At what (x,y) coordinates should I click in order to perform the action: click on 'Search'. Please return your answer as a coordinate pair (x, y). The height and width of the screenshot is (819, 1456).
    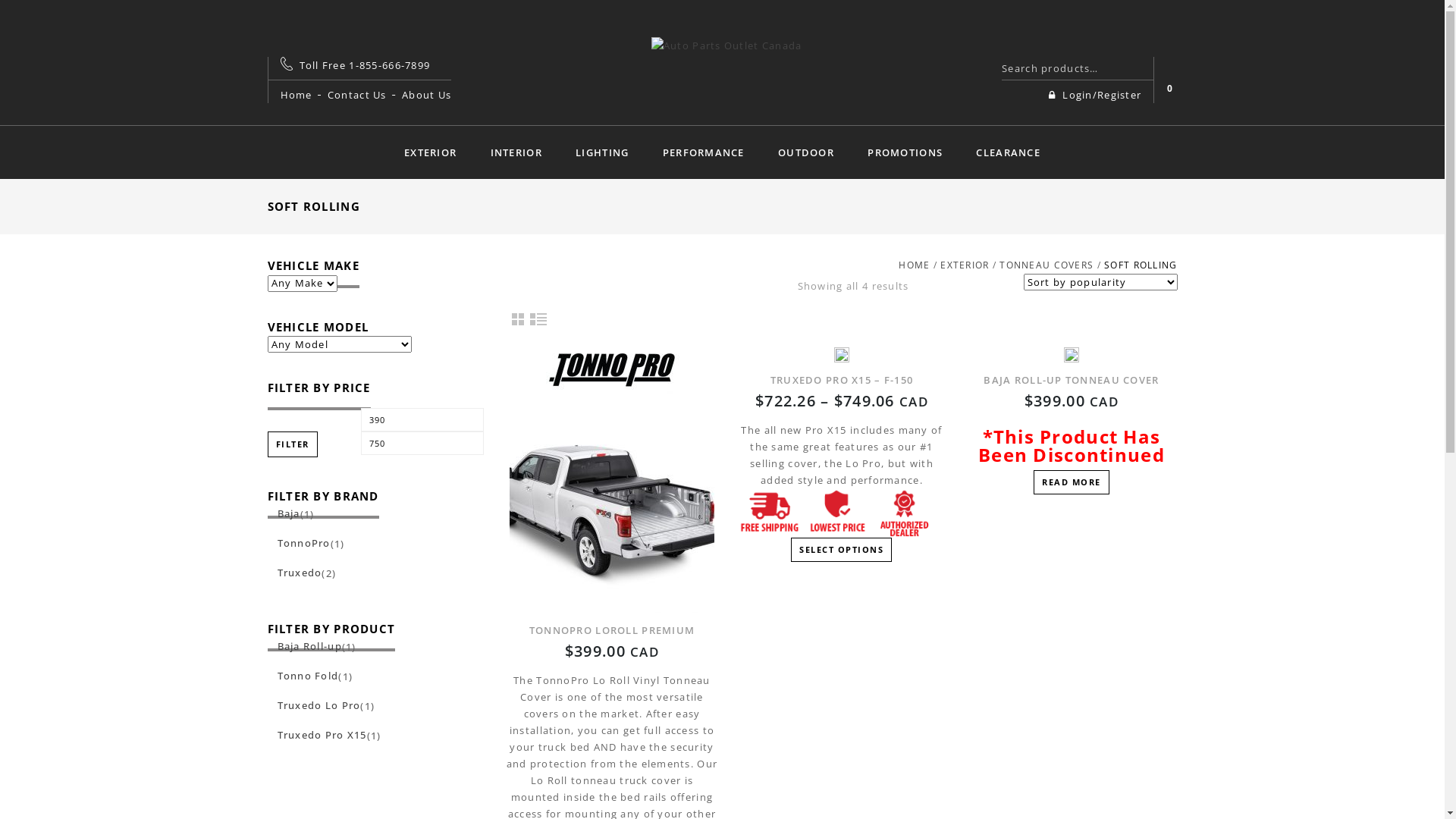
    Looking at the image, I should click on (1135, 67).